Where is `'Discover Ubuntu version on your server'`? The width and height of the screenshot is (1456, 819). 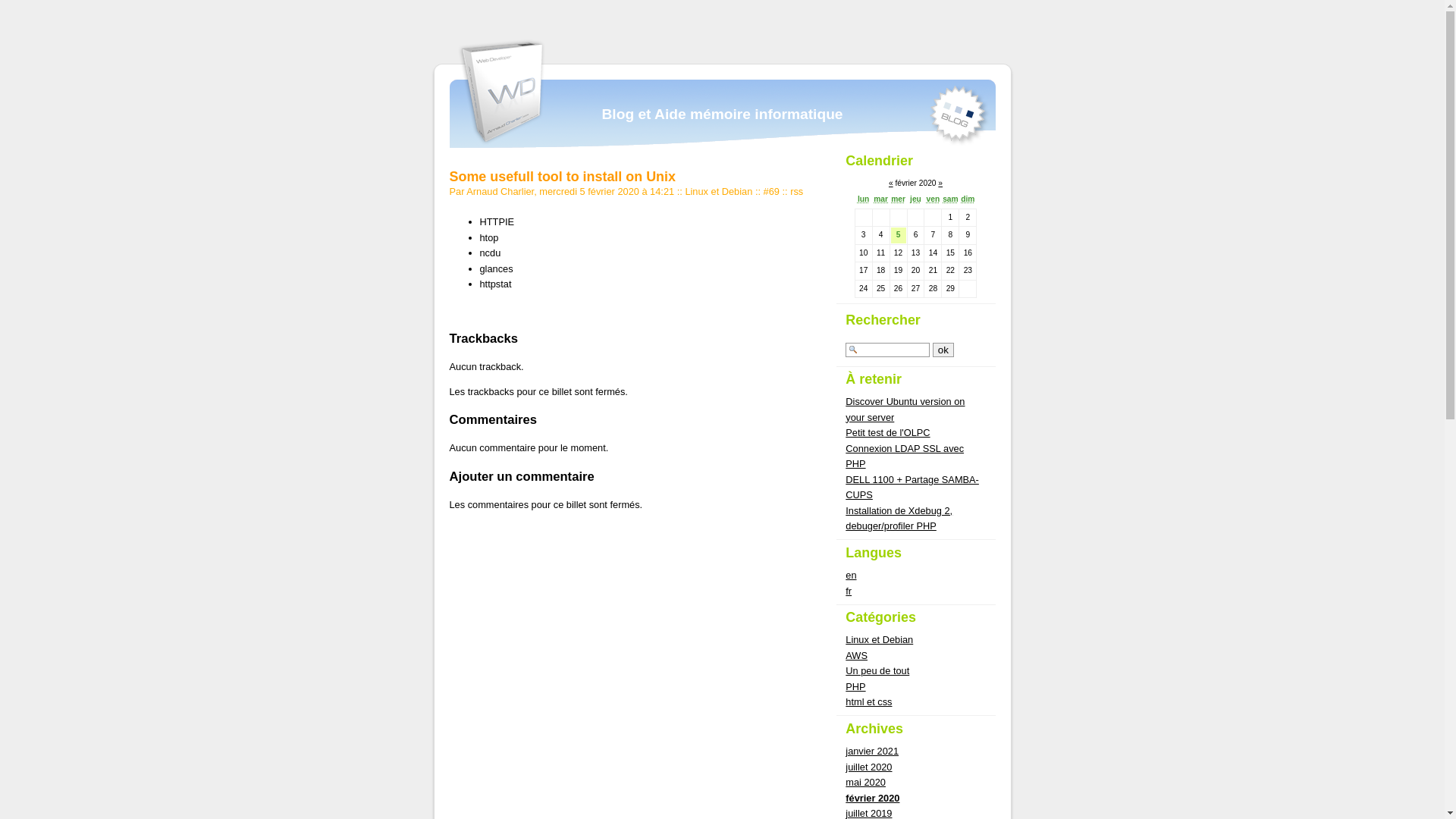 'Discover Ubuntu version on your server' is located at coordinates (905, 408).